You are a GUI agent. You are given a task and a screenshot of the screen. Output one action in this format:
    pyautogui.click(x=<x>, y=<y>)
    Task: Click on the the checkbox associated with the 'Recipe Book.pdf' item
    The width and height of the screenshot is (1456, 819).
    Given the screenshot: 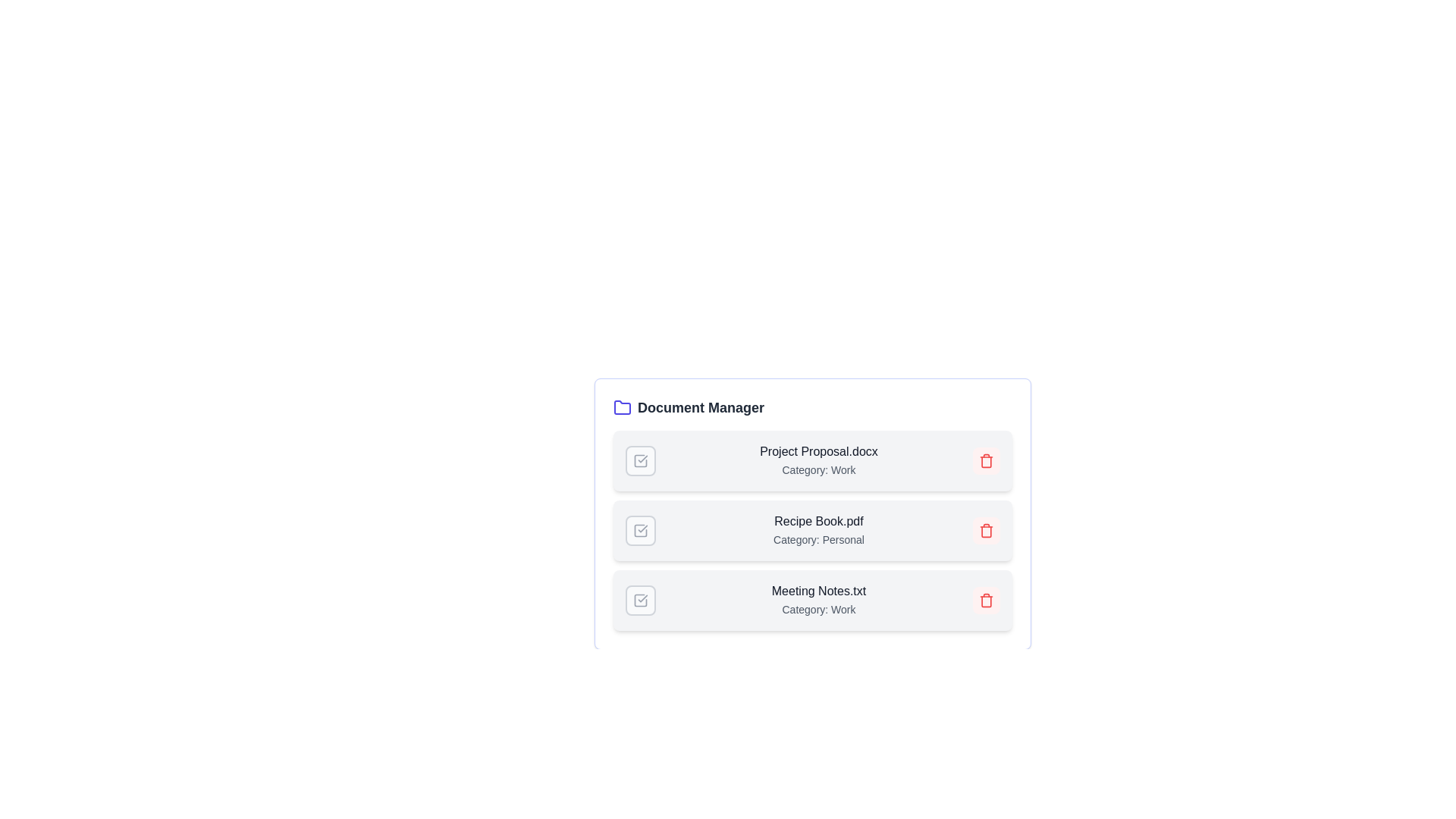 What is the action you would take?
    pyautogui.click(x=640, y=529)
    